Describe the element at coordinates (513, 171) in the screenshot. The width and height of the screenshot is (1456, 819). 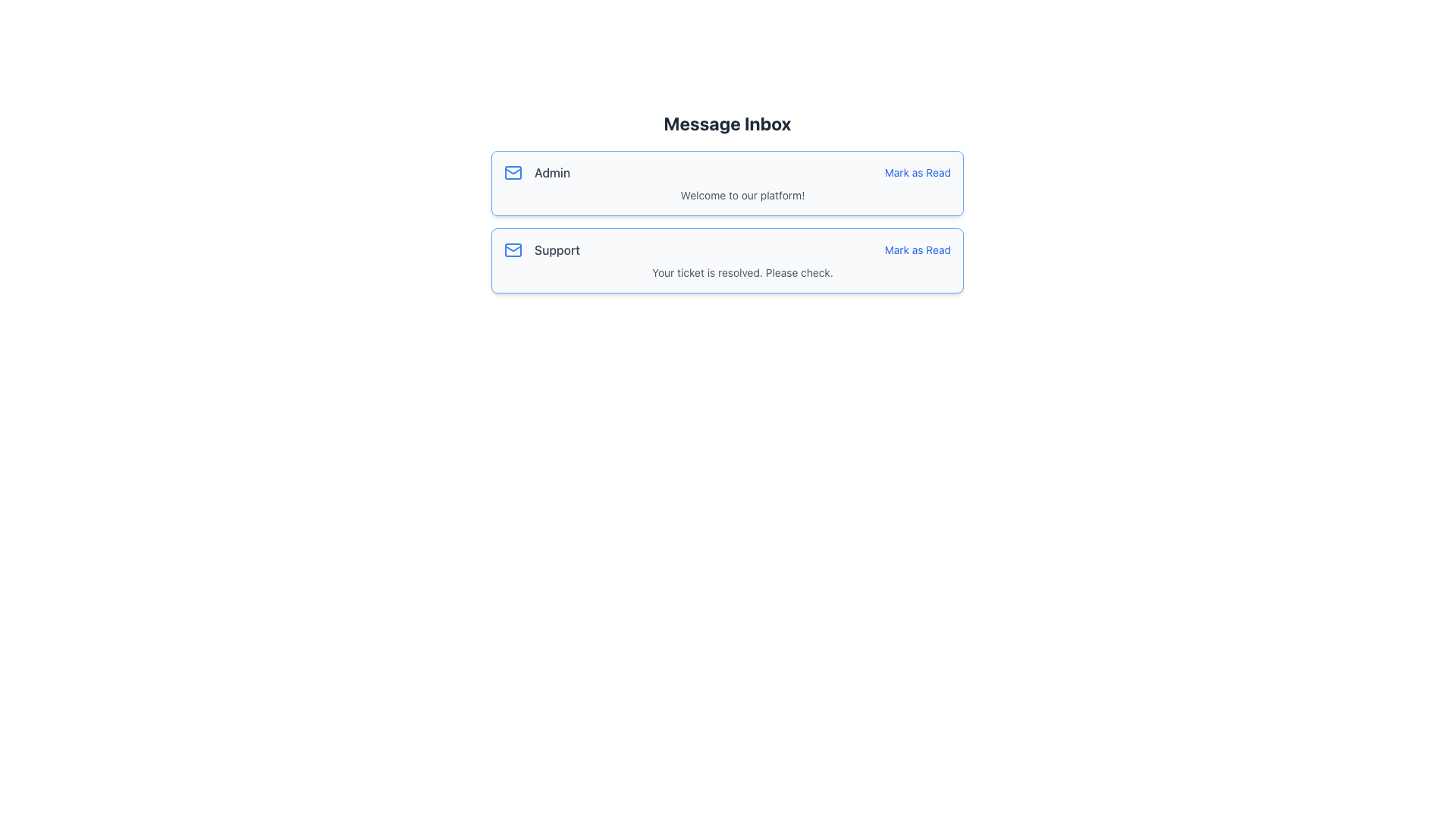
I see `the mail icon with a blue outline and white fill, located in the upper-left corner of the first notification card below 'Message Inbox'` at that location.